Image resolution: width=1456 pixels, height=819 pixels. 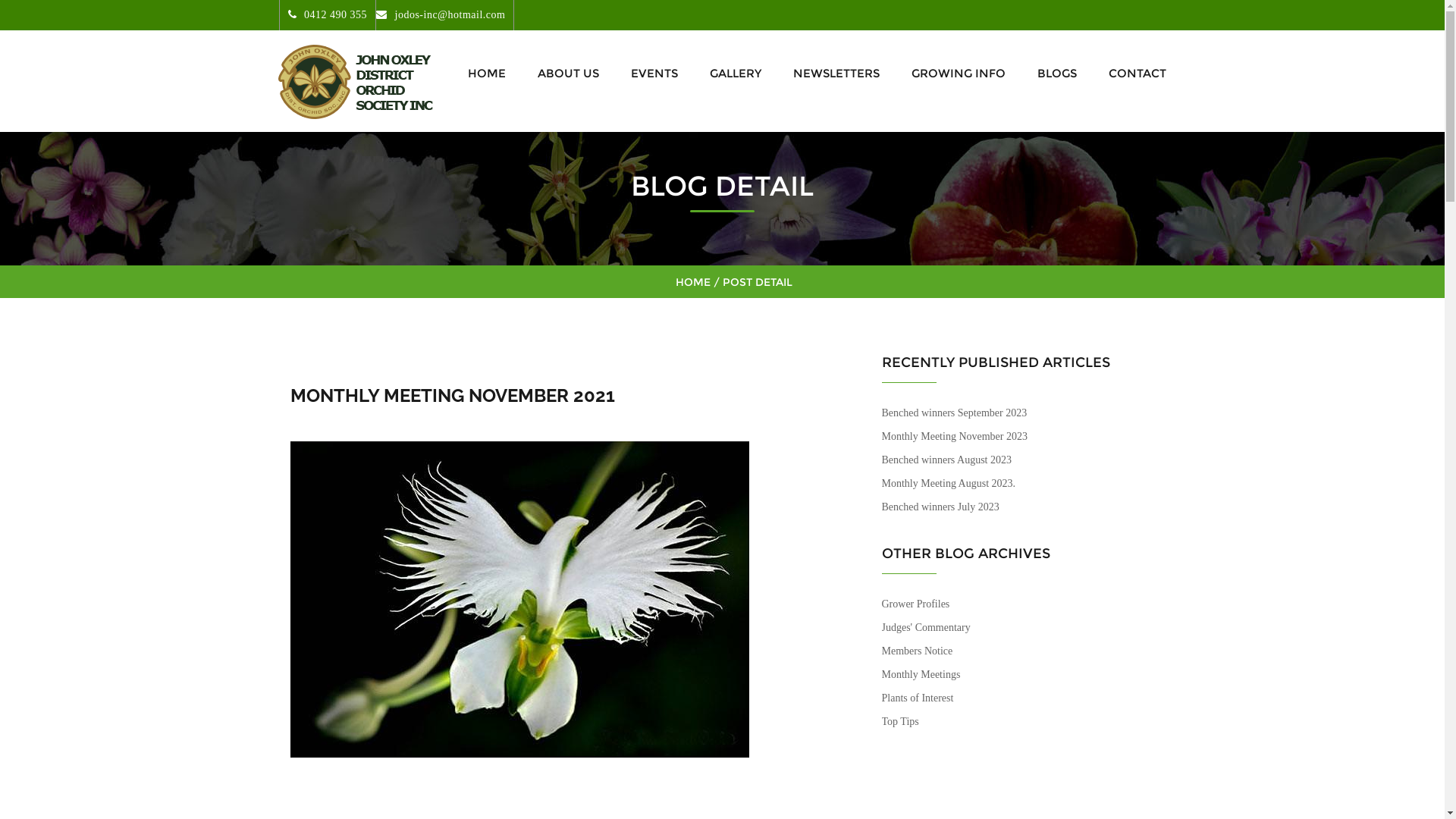 What do you see at coordinates (939, 507) in the screenshot?
I see `'Benched winners July 2023'` at bounding box center [939, 507].